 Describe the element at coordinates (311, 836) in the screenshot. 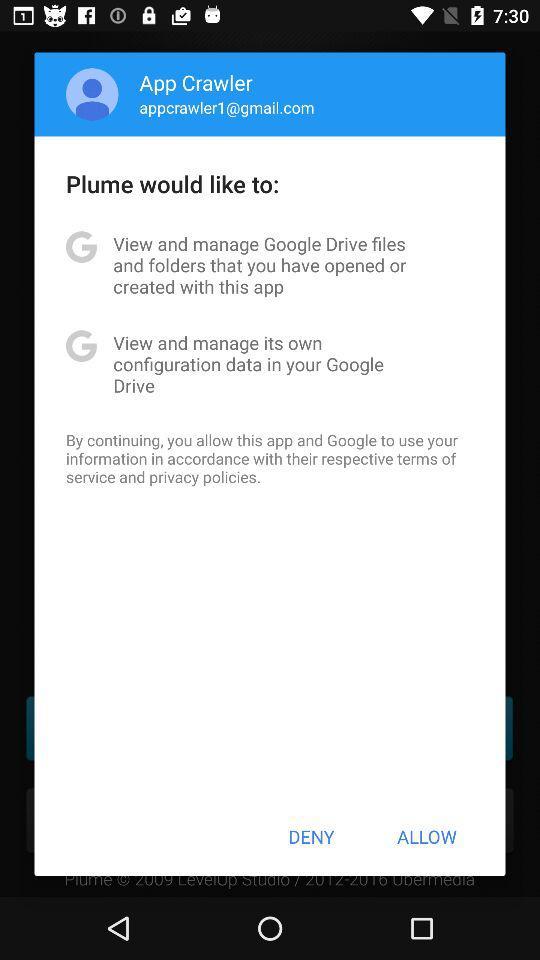

I see `the deny icon` at that location.